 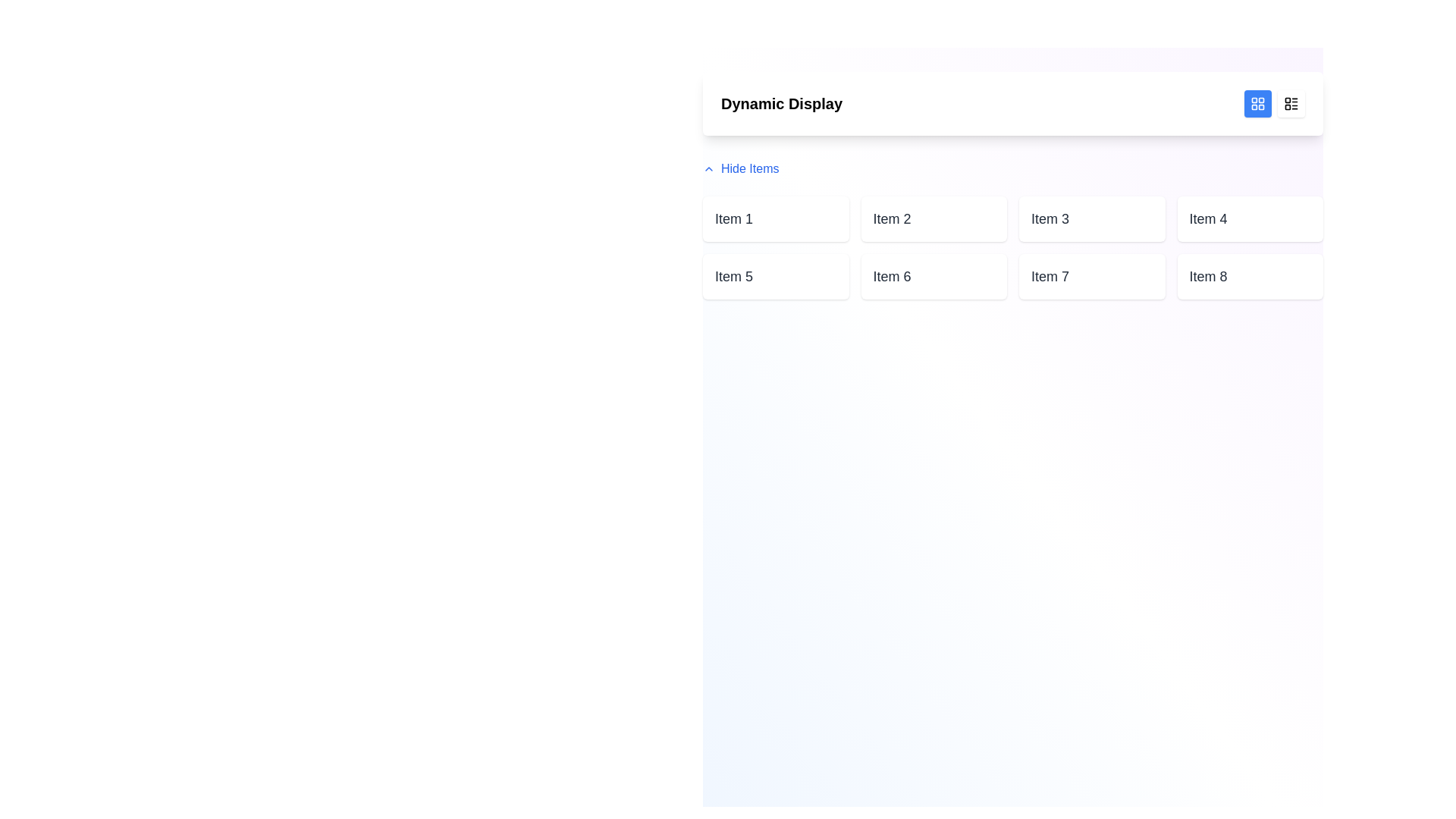 What do you see at coordinates (1258, 103) in the screenshot?
I see `the blue square-shaped button with a grid-like icon in the middle to switch to grid layout` at bounding box center [1258, 103].